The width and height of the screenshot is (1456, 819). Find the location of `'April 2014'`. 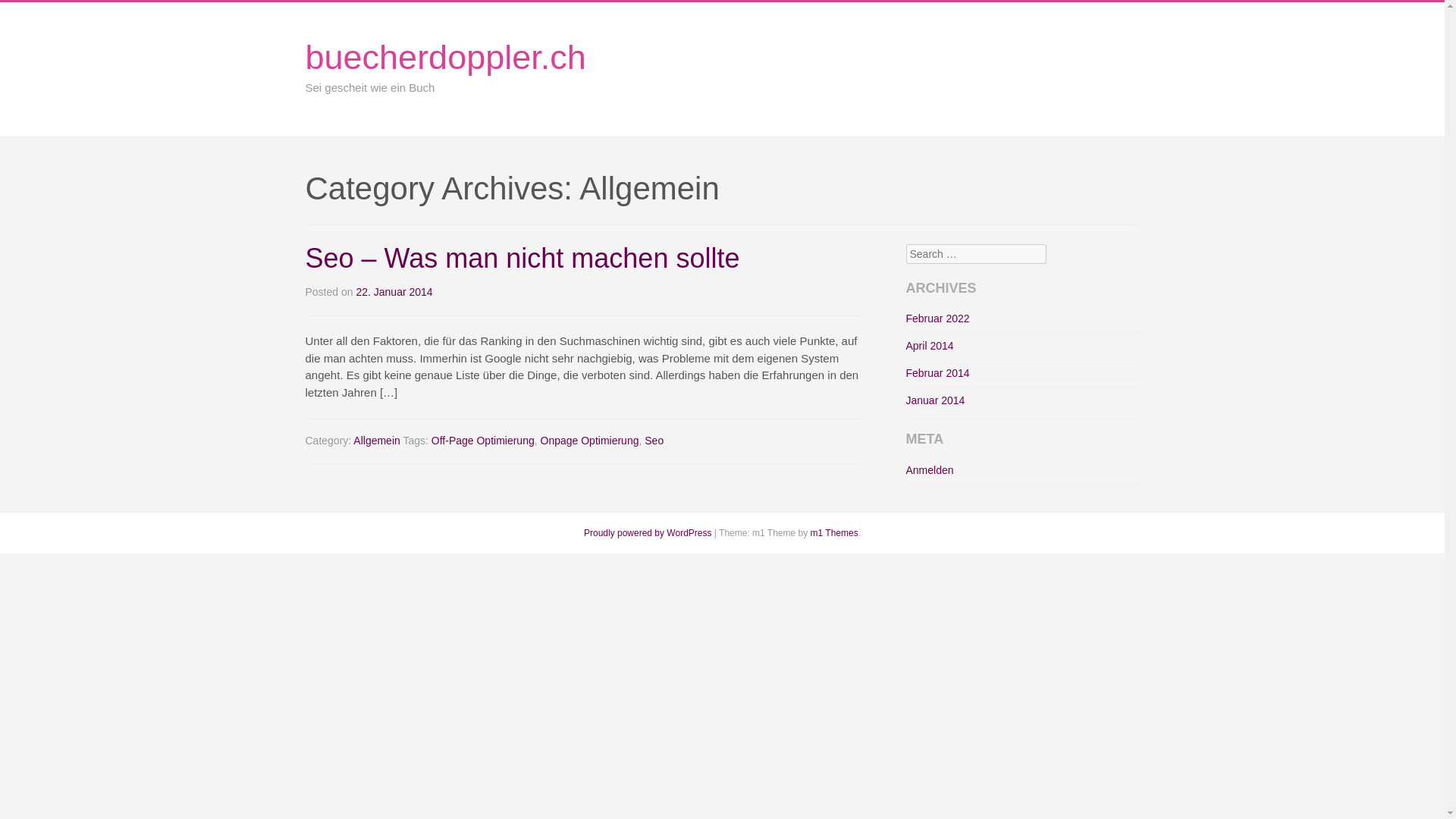

'April 2014' is located at coordinates (905, 345).